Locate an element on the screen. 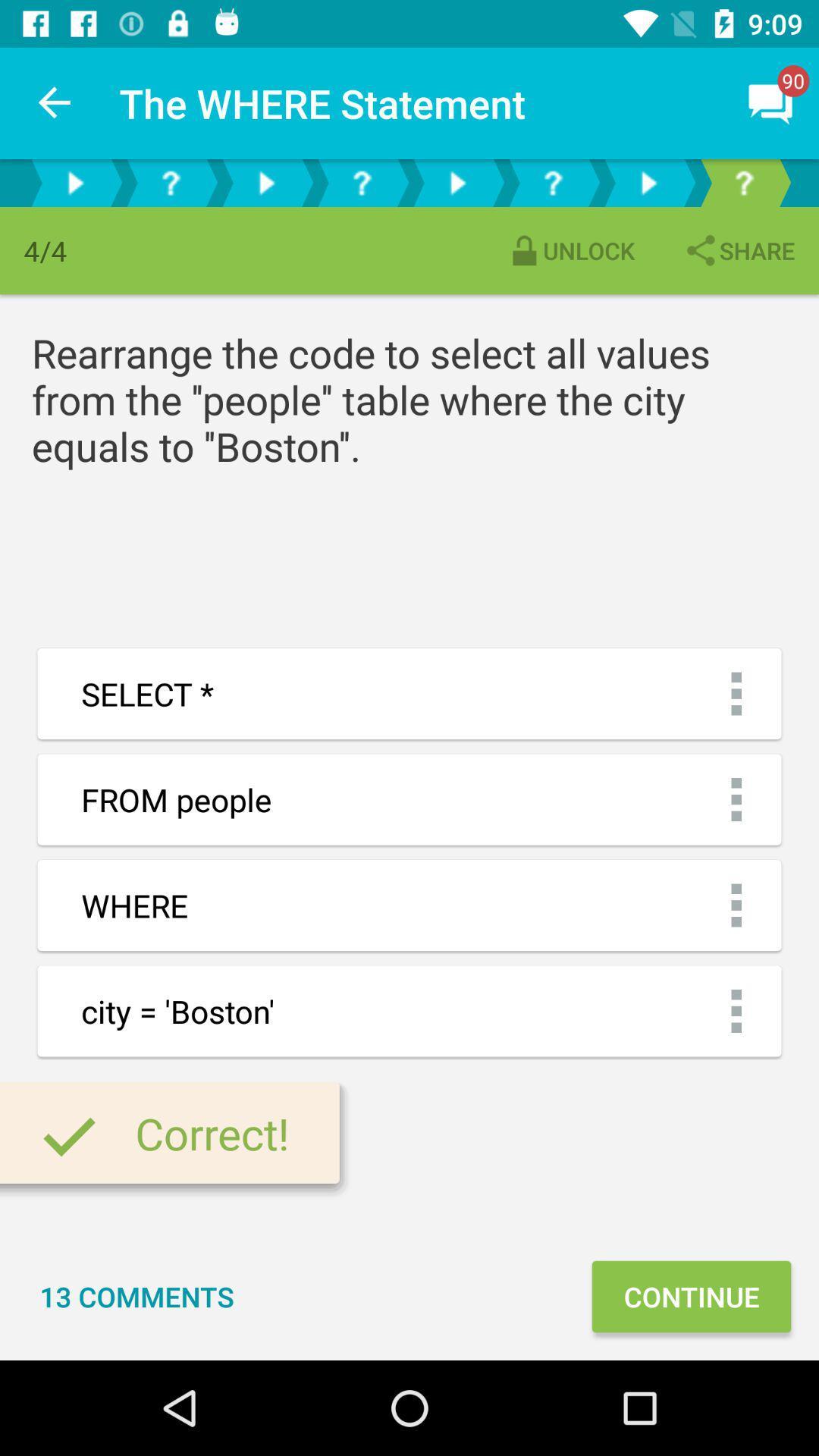 Image resolution: width=819 pixels, height=1456 pixels. the play icon is located at coordinates (75, 182).